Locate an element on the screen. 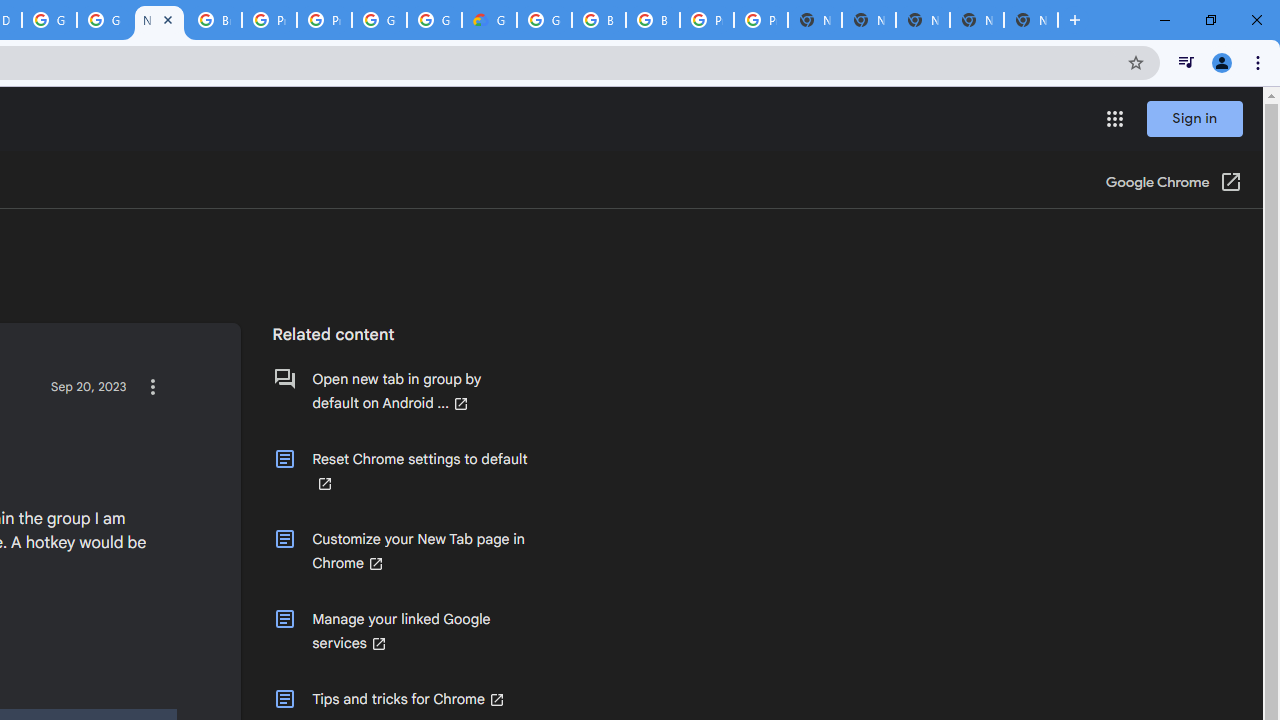  'Google Chrome (Open in a new window)' is located at coordinates (1173, 183).